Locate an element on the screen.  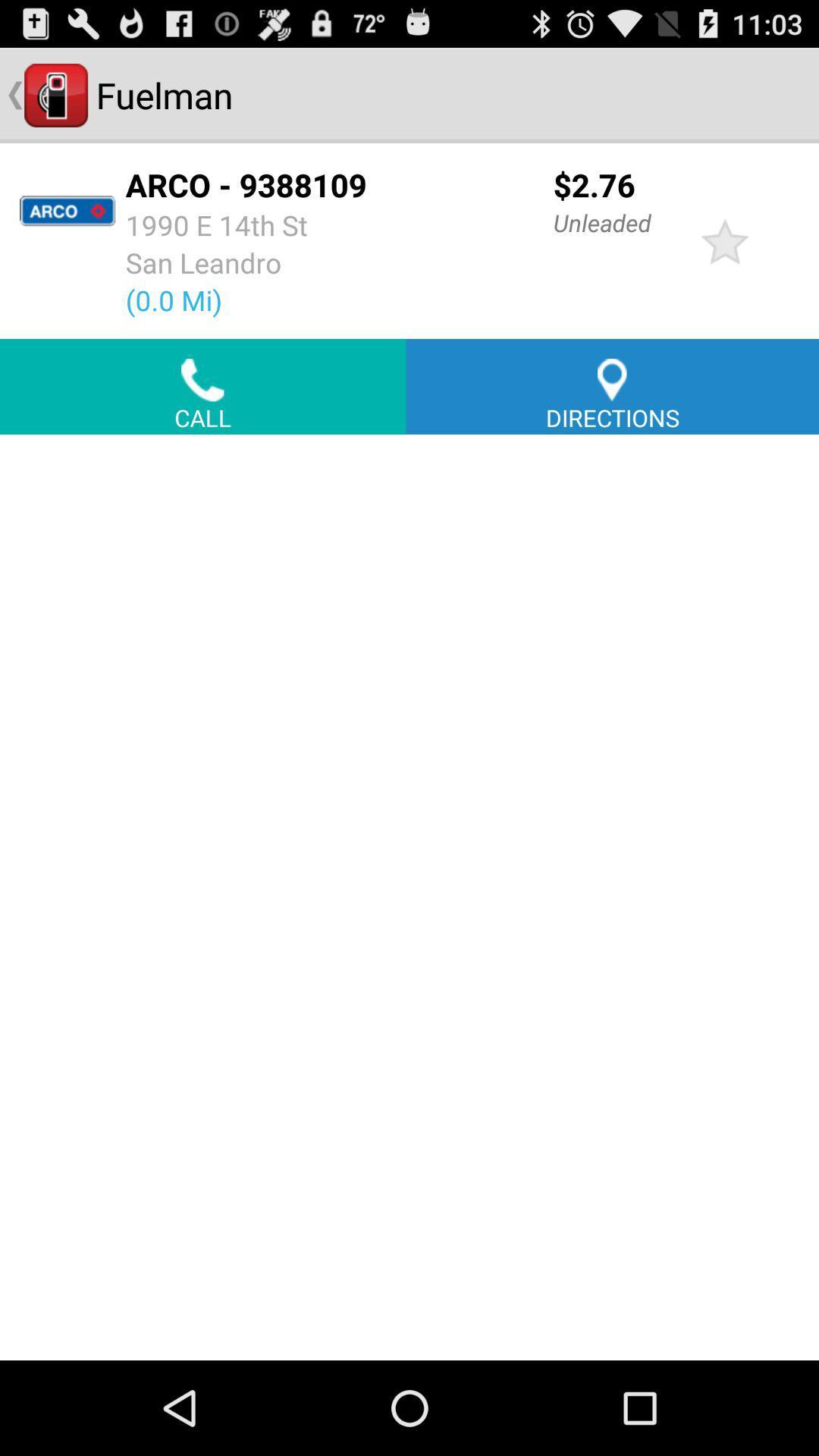
blank option is located at coordinates (409, 897).